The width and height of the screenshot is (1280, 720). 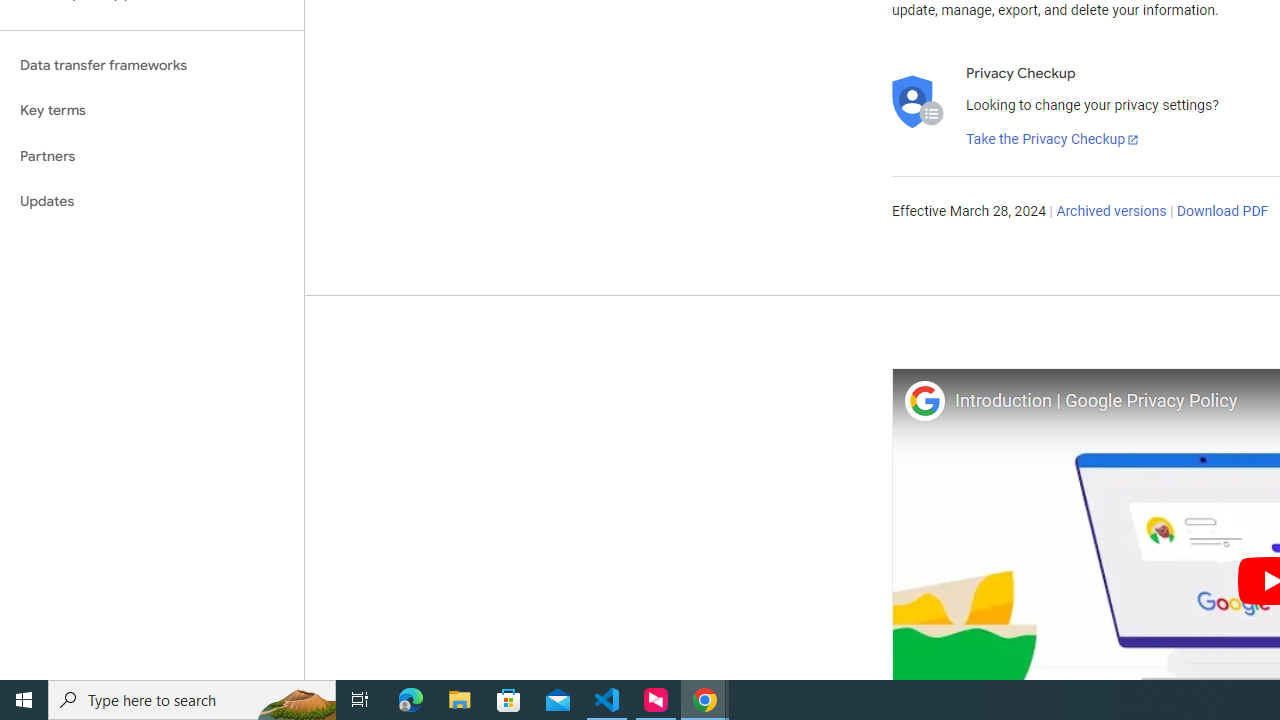 What do you see at coordinates (151, 64) in the screenshot?
I see `'Data transfer frameworks'` at bounding box center [151, 64].